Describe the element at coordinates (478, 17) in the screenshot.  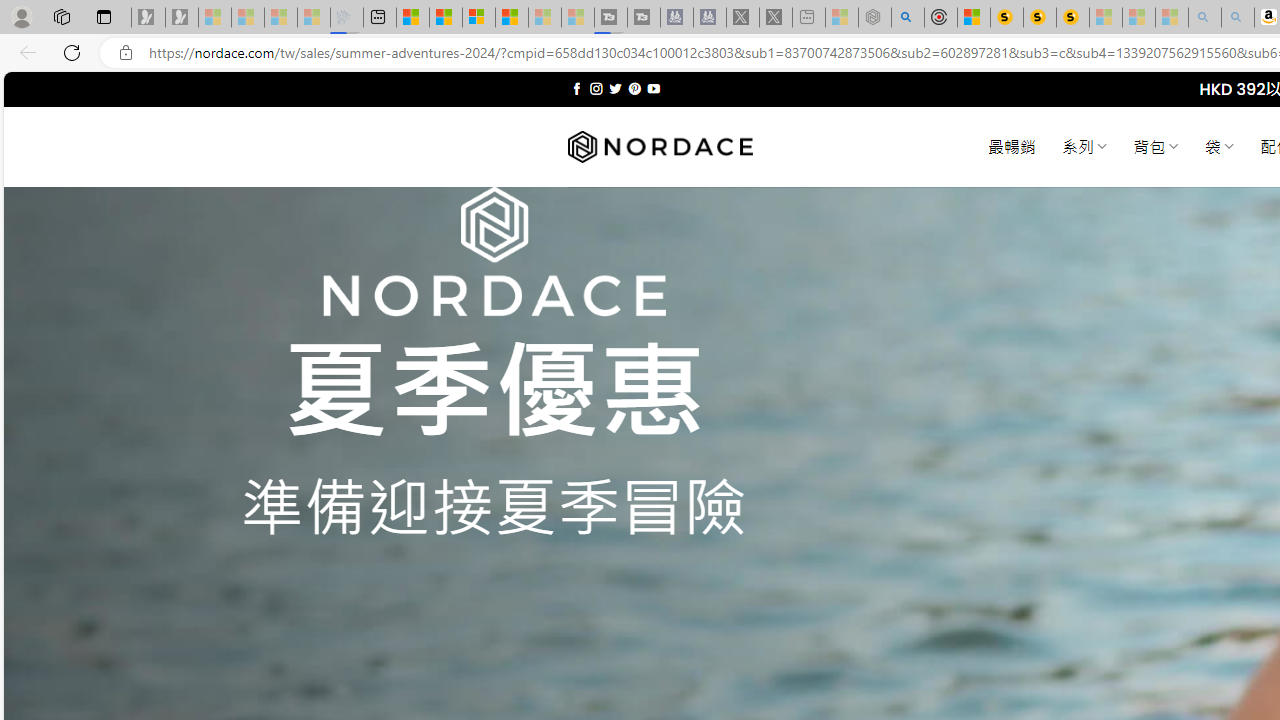
I see `'Overview'` at that location.